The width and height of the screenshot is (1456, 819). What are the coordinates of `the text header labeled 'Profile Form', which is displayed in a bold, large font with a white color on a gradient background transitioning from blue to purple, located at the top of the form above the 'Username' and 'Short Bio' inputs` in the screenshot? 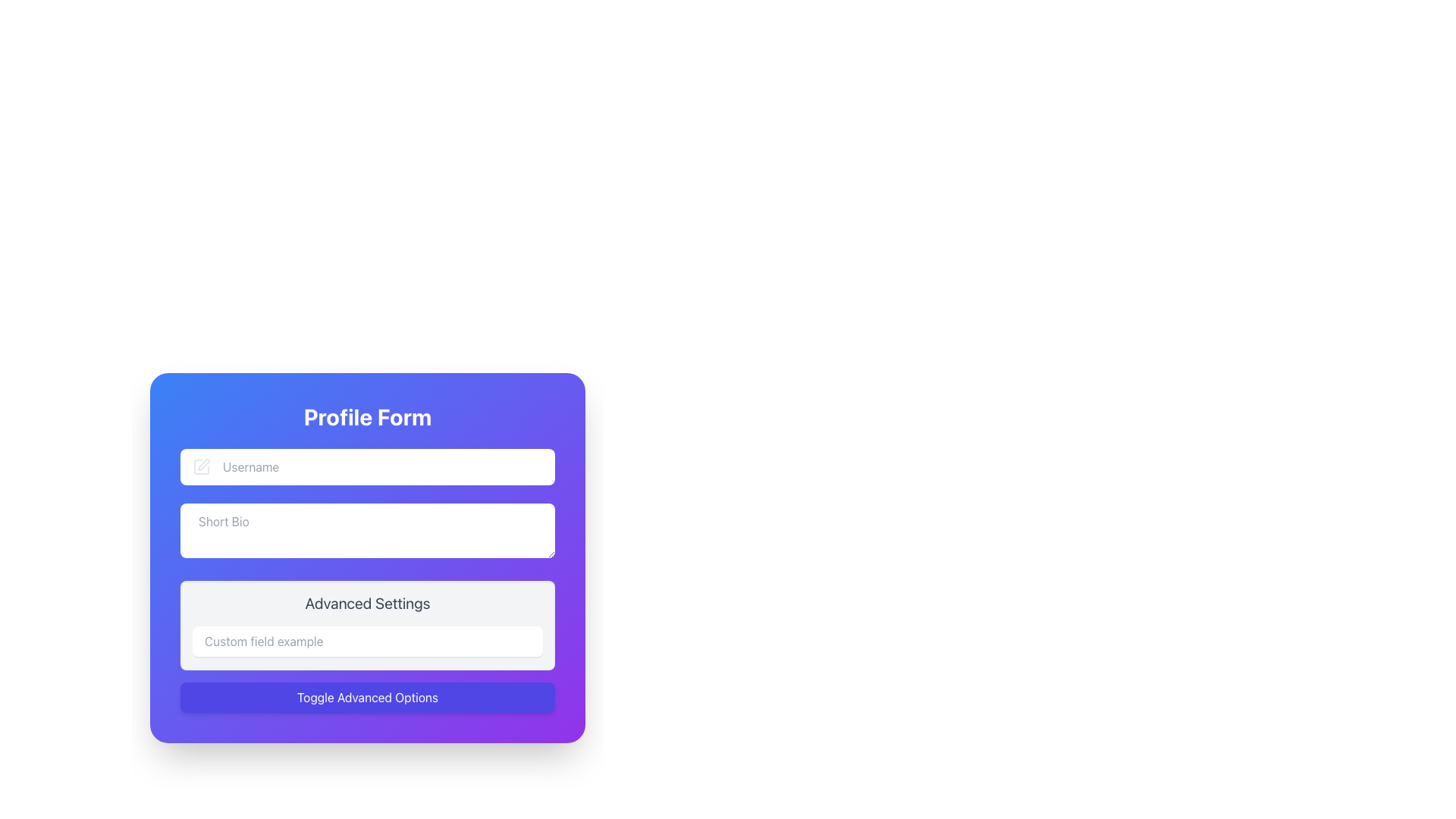 It's located at (367, 417).